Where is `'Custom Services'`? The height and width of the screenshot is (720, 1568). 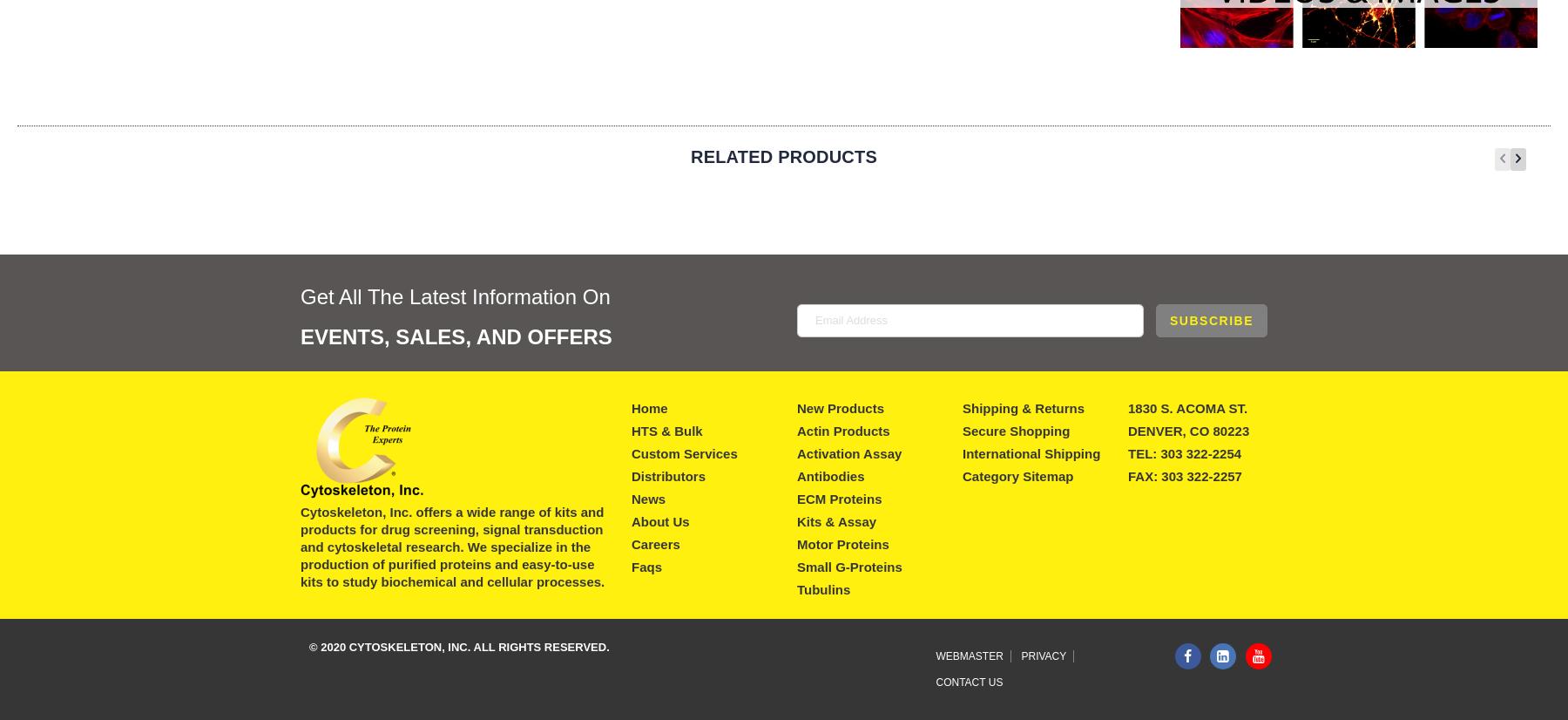 'Custom Services' is located at coordinates (683, 452).